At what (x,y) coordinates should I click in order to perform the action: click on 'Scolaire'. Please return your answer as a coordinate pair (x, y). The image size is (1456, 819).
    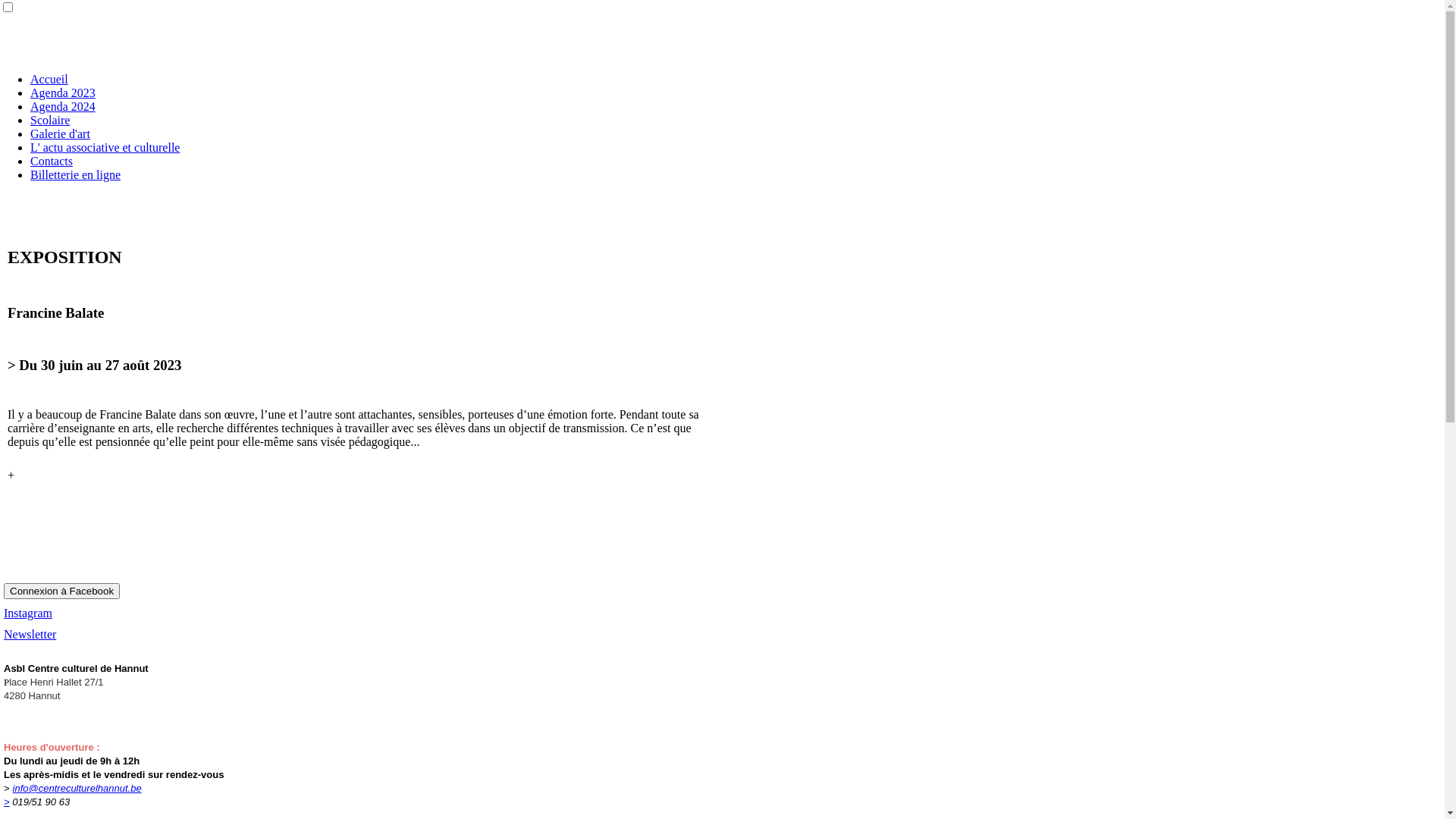
    Looking at the image, I should click on (30, 119).